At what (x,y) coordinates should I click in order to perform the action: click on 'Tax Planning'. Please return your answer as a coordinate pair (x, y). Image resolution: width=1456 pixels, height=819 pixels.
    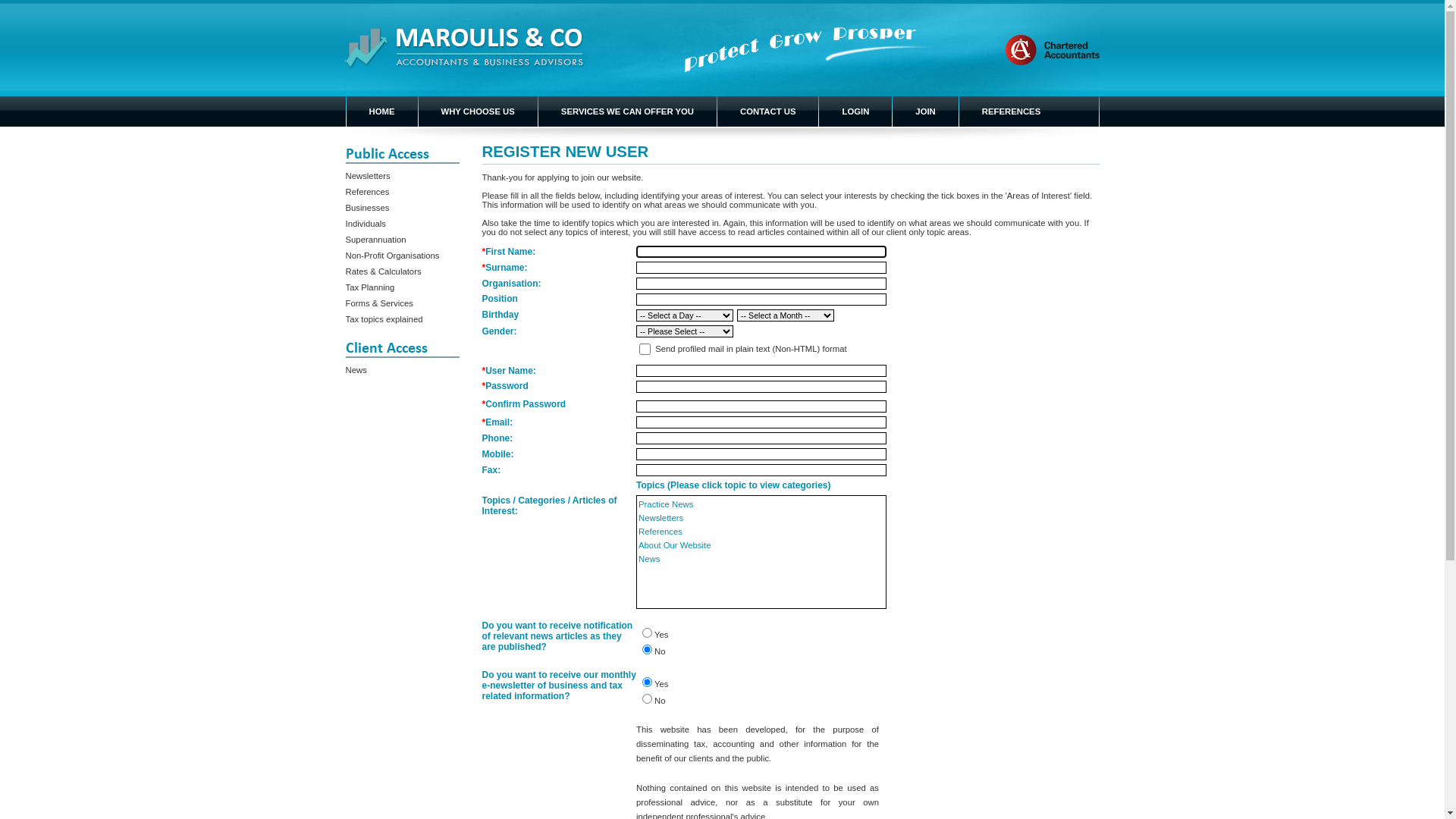
    Looking at the image, I should click on (370, 287).